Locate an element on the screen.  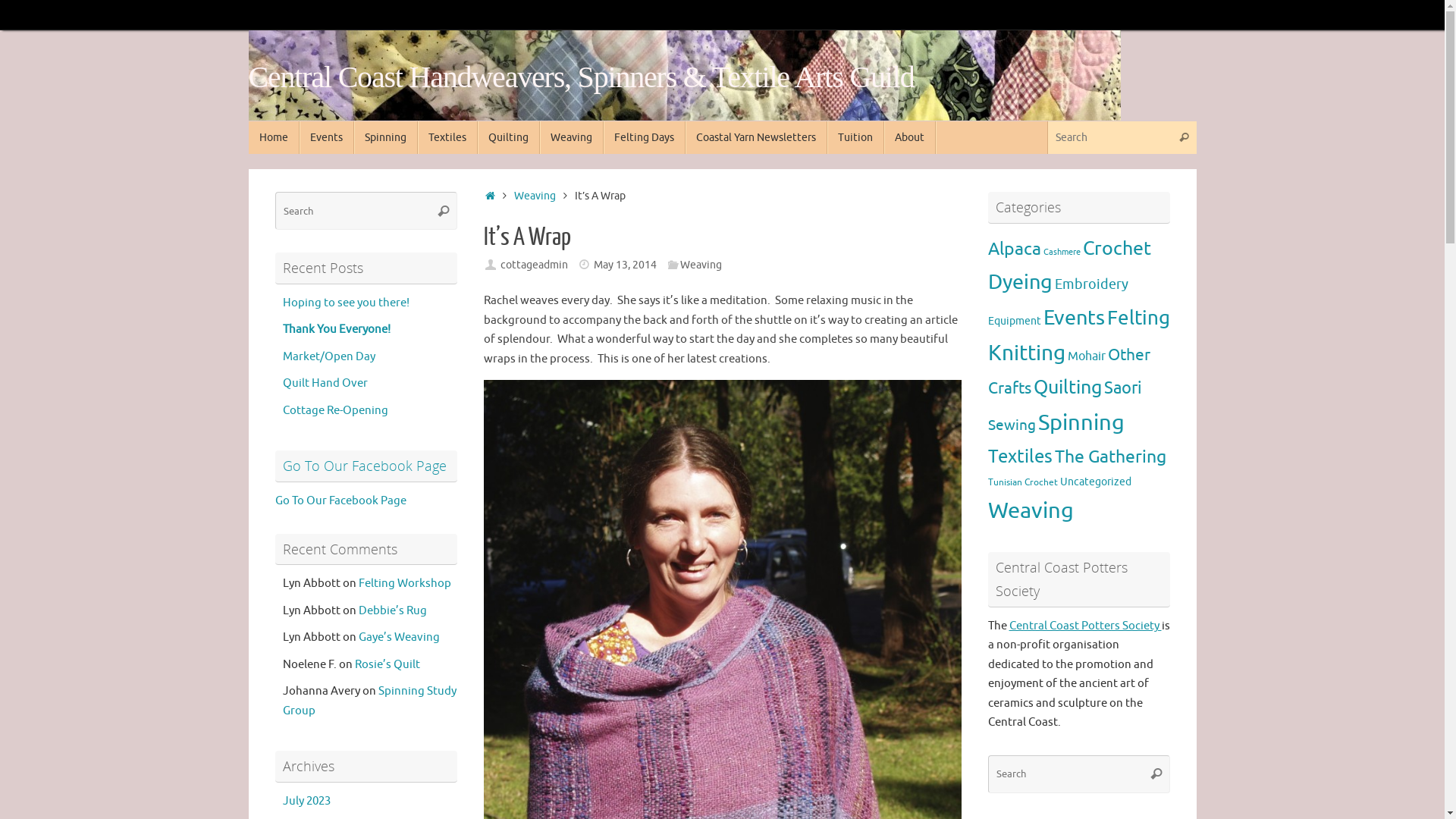
'Coastal Yarn Newsletters' is located at coordinates (756, 137).